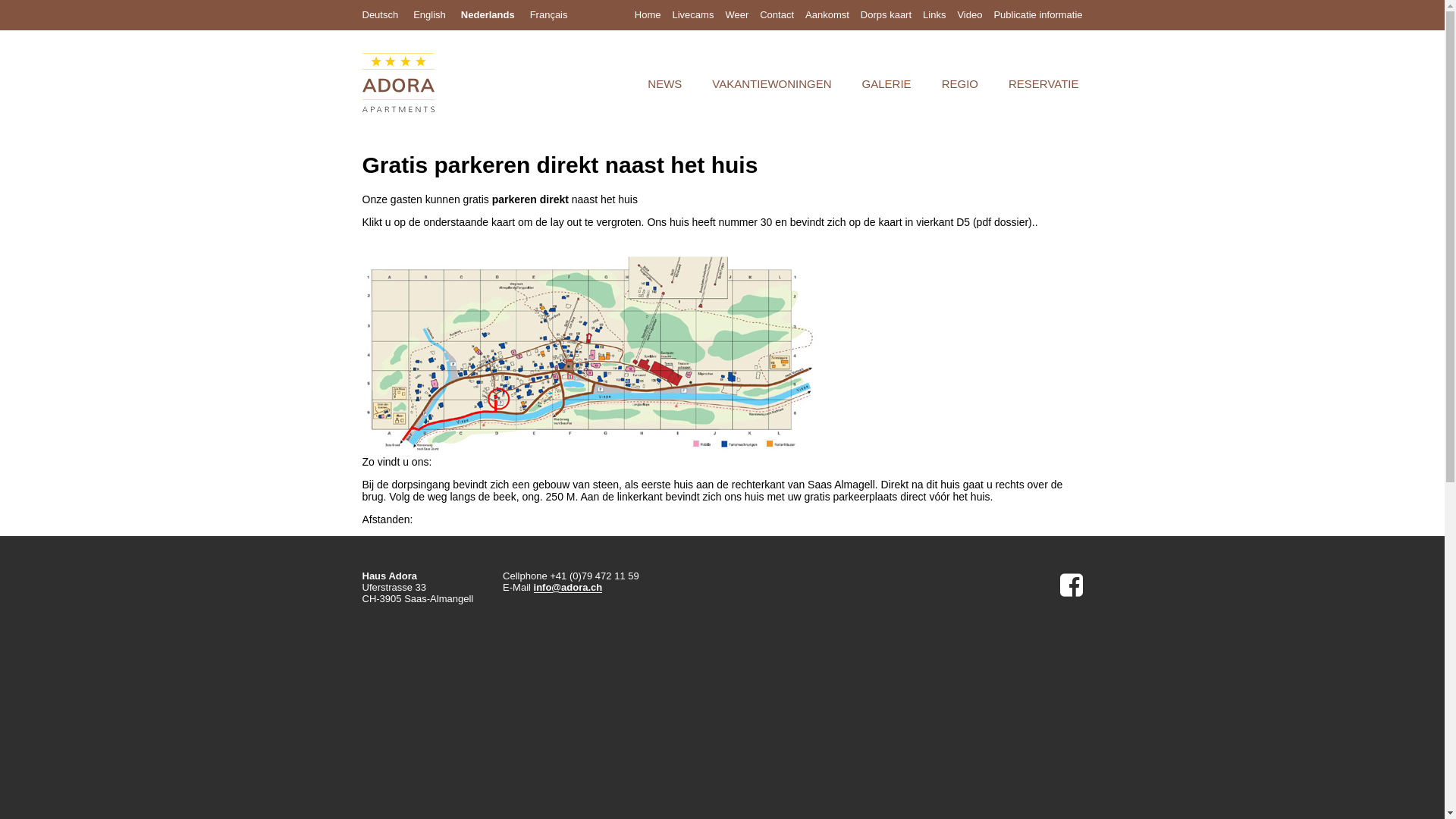 The width and height of the screenshot is (1456, 819). What do you see at coordinates (934, 14) in the screenshot?
I see `'Links'` at bounding box center [934, 14].